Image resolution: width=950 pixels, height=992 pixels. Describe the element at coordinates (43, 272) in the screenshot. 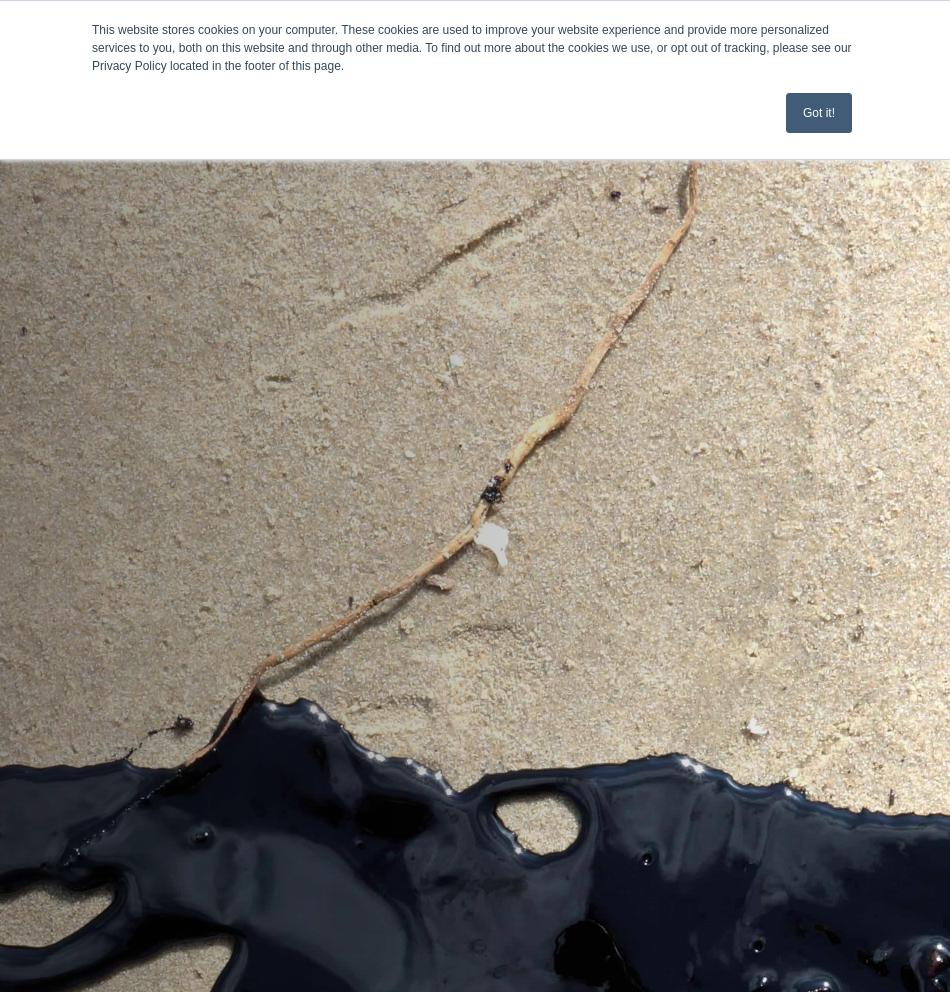

I see `'Events'` at that location.